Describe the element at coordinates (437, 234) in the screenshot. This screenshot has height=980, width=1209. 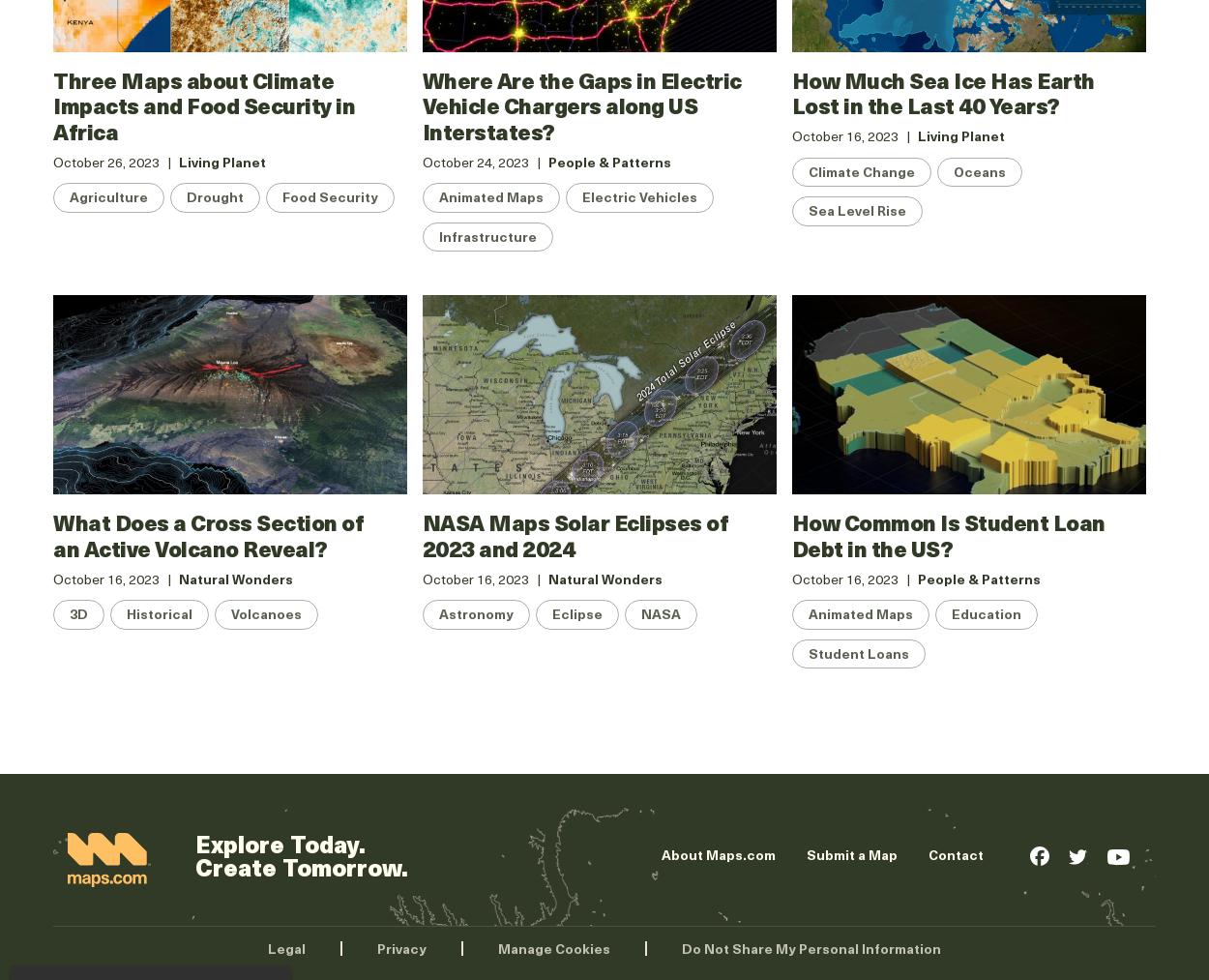
I see `'Infrastructure'` at that location.